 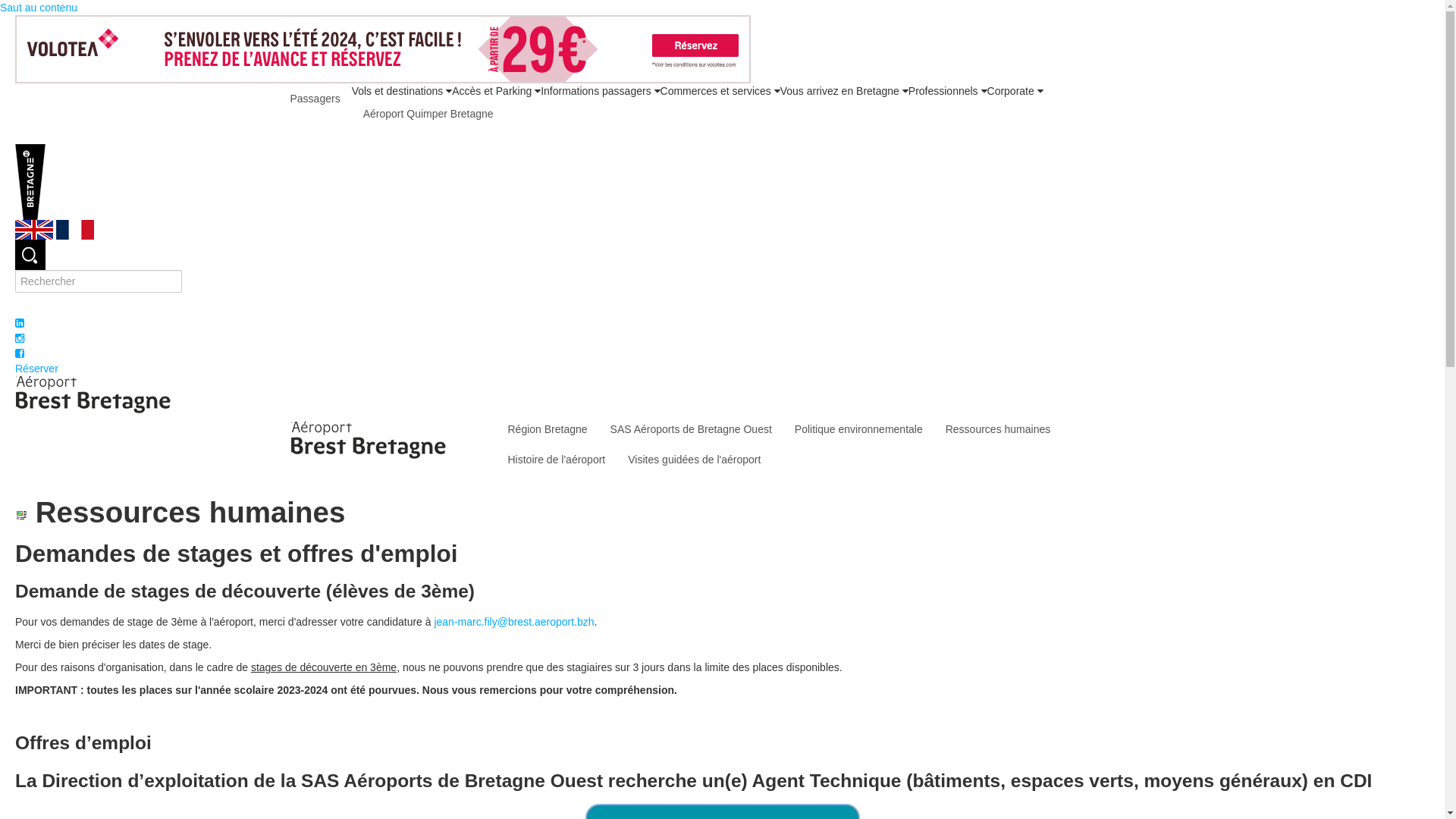 What do you see at coordinates (33, 230) in the screenshot?
I see `'English'` at bounding box center [33, 230].